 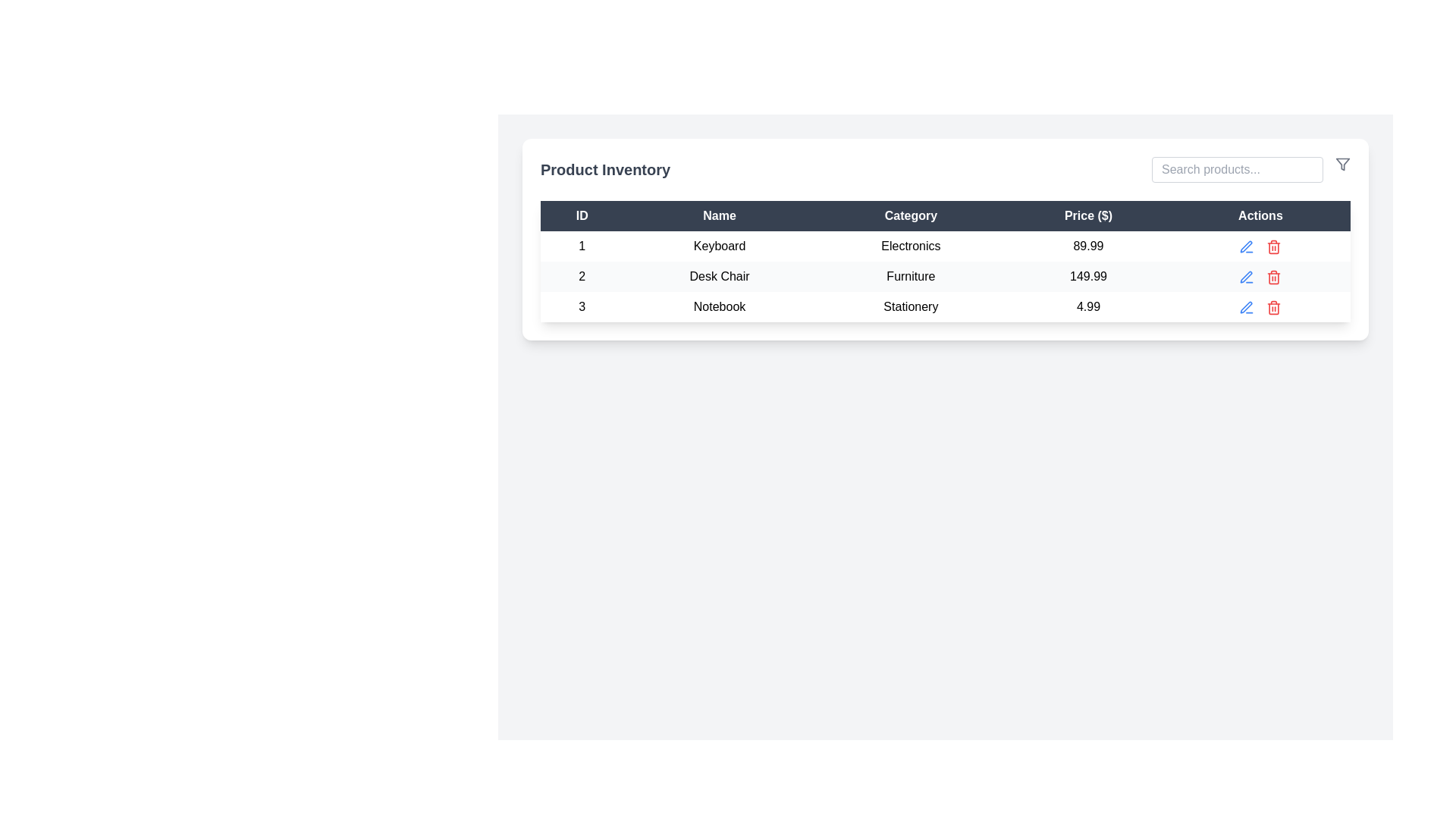 What do you see at coordinates (1260, 216) in the screenshot?
I see `the Text label located in the top-right cell of the horizontal table header row, which indicates action-related controls for each row` at bounding box center [1260, 216].